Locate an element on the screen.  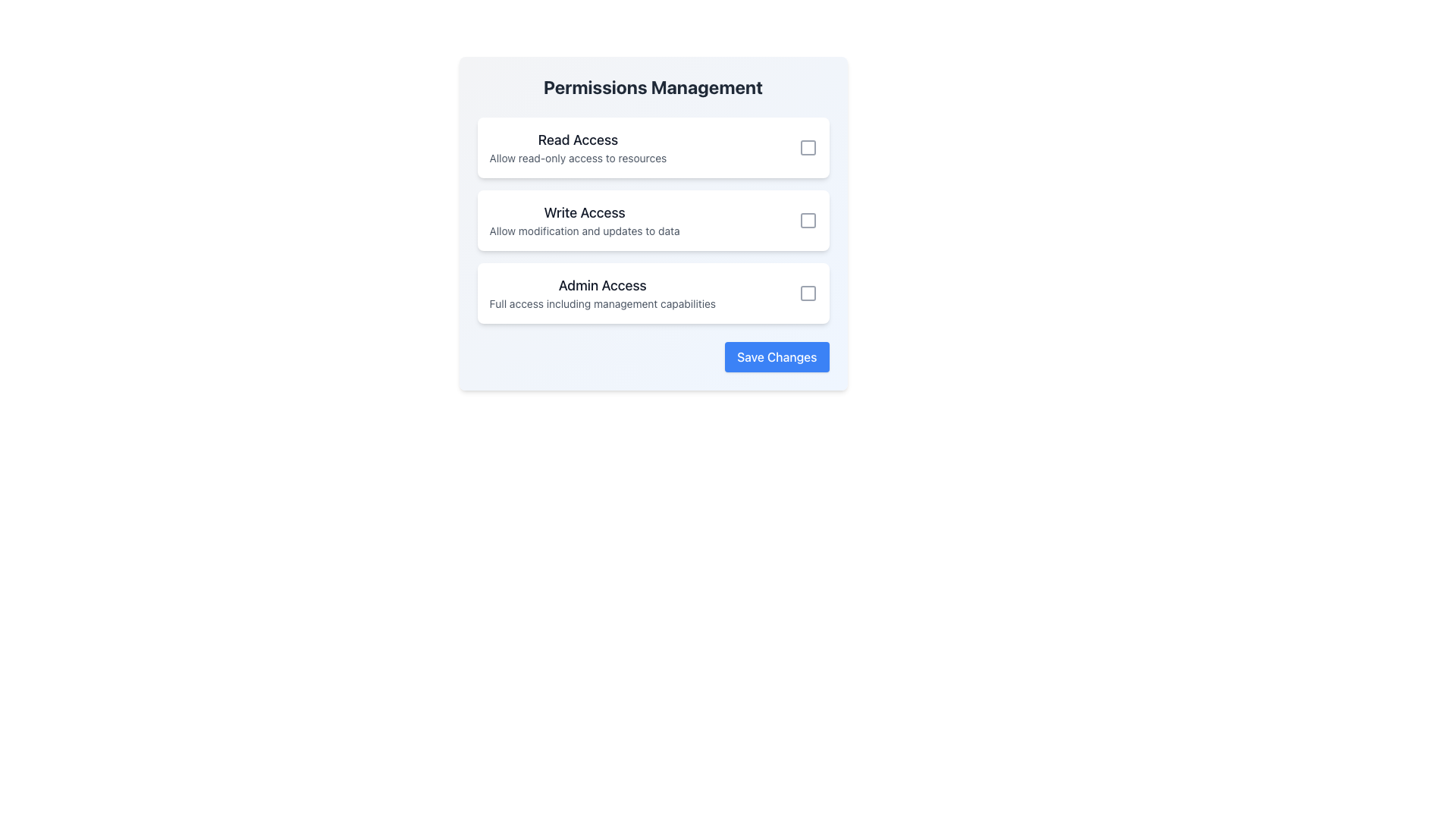
the Checkbox Indicator for the 'Read Access' option is located at coordinates (807, 148).